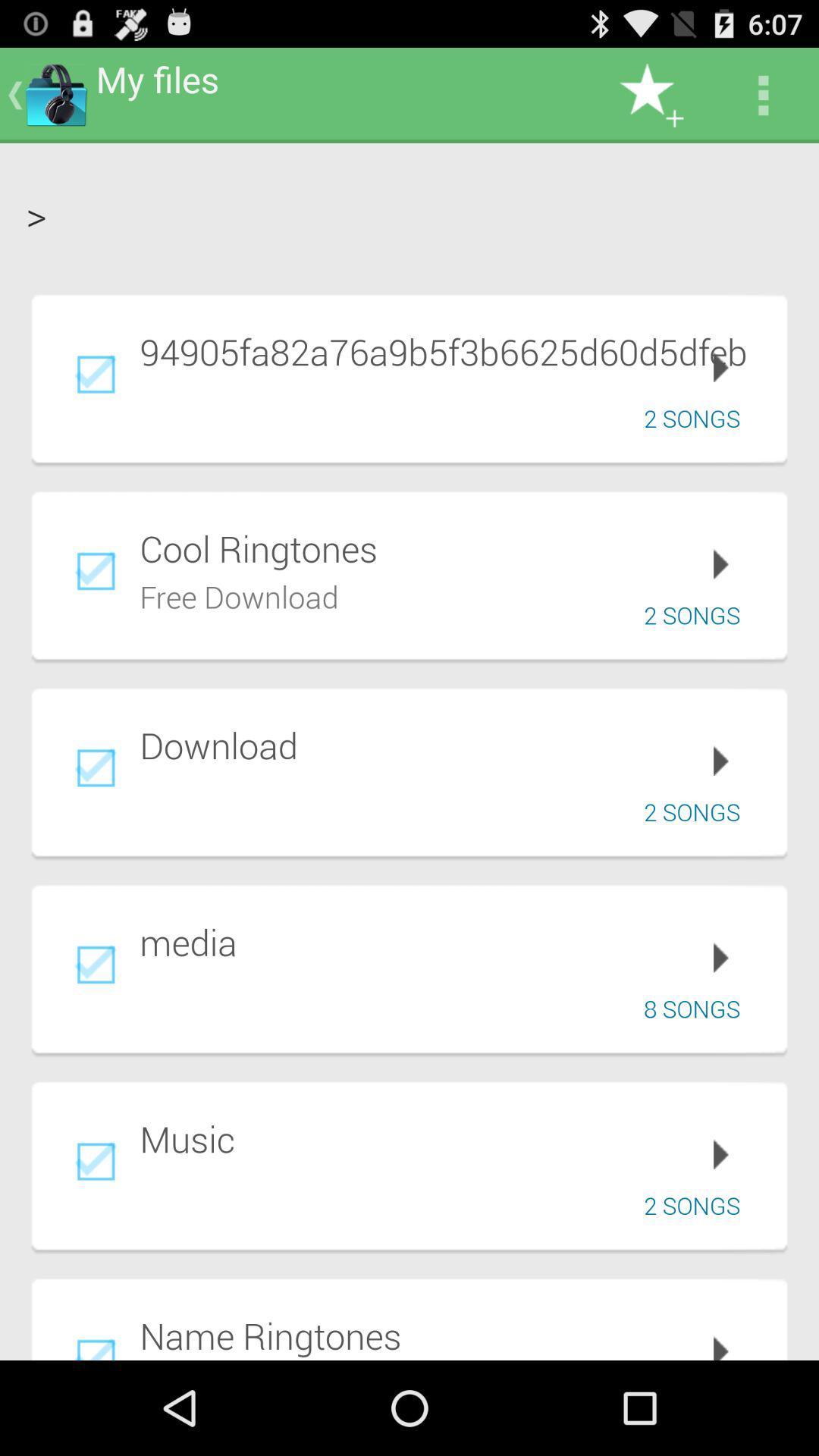  I want to click on cool ringtones icon, so click(452, 548).